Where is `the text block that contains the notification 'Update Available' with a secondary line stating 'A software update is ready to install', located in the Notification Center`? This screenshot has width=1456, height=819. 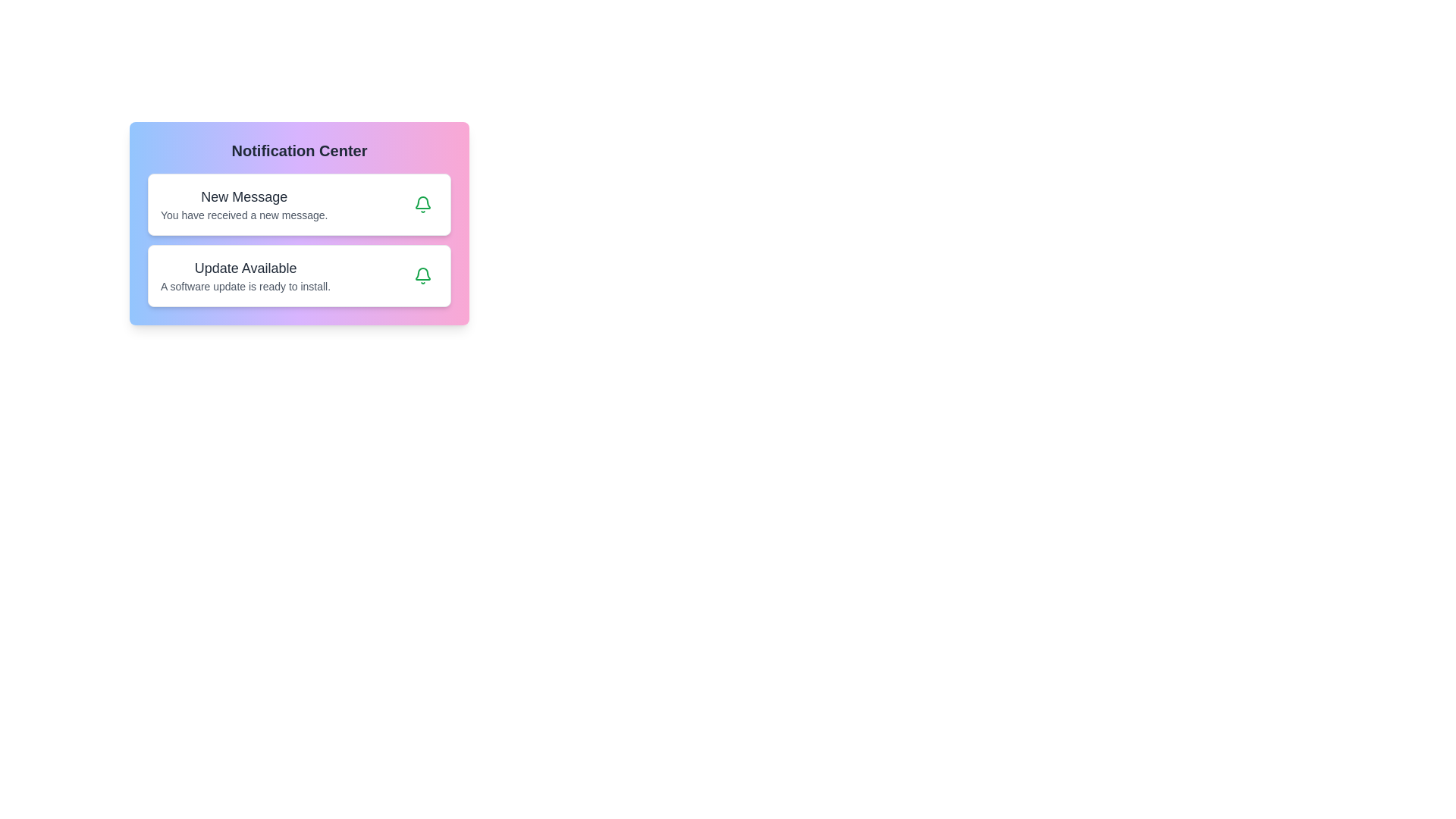
the text block that contains the notification 'Update Available' with a secondary line stating 'A software update is ready to install', located in the Notification Center is located at coordinates (246, 275).